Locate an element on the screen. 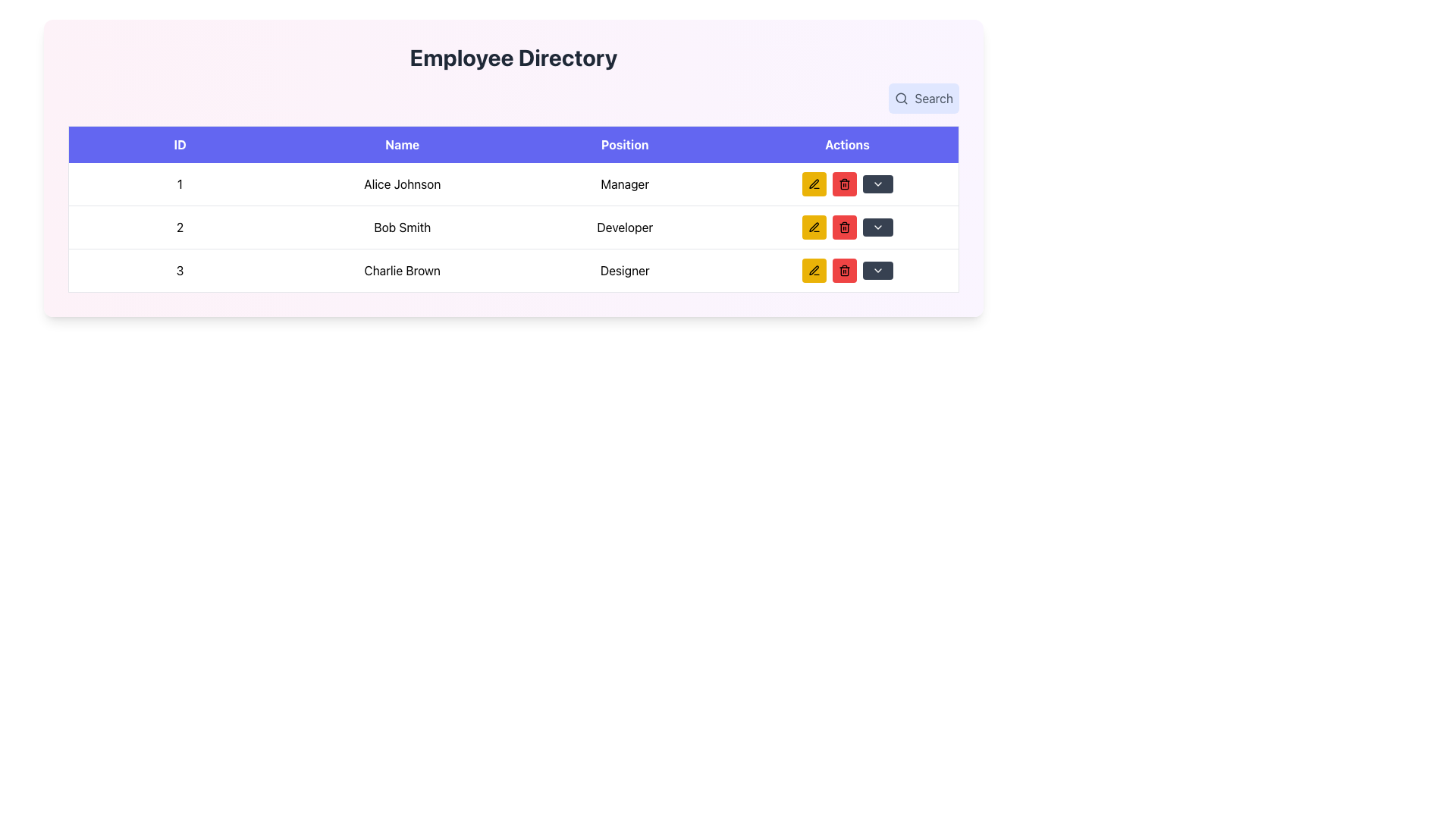 The height and width of the screenshot is (819, 1456). the pen icon, which is a small vector graphic with a black stroke, located in the 'Actions' column to initiate an edit action is located at coordinates (813, 183).